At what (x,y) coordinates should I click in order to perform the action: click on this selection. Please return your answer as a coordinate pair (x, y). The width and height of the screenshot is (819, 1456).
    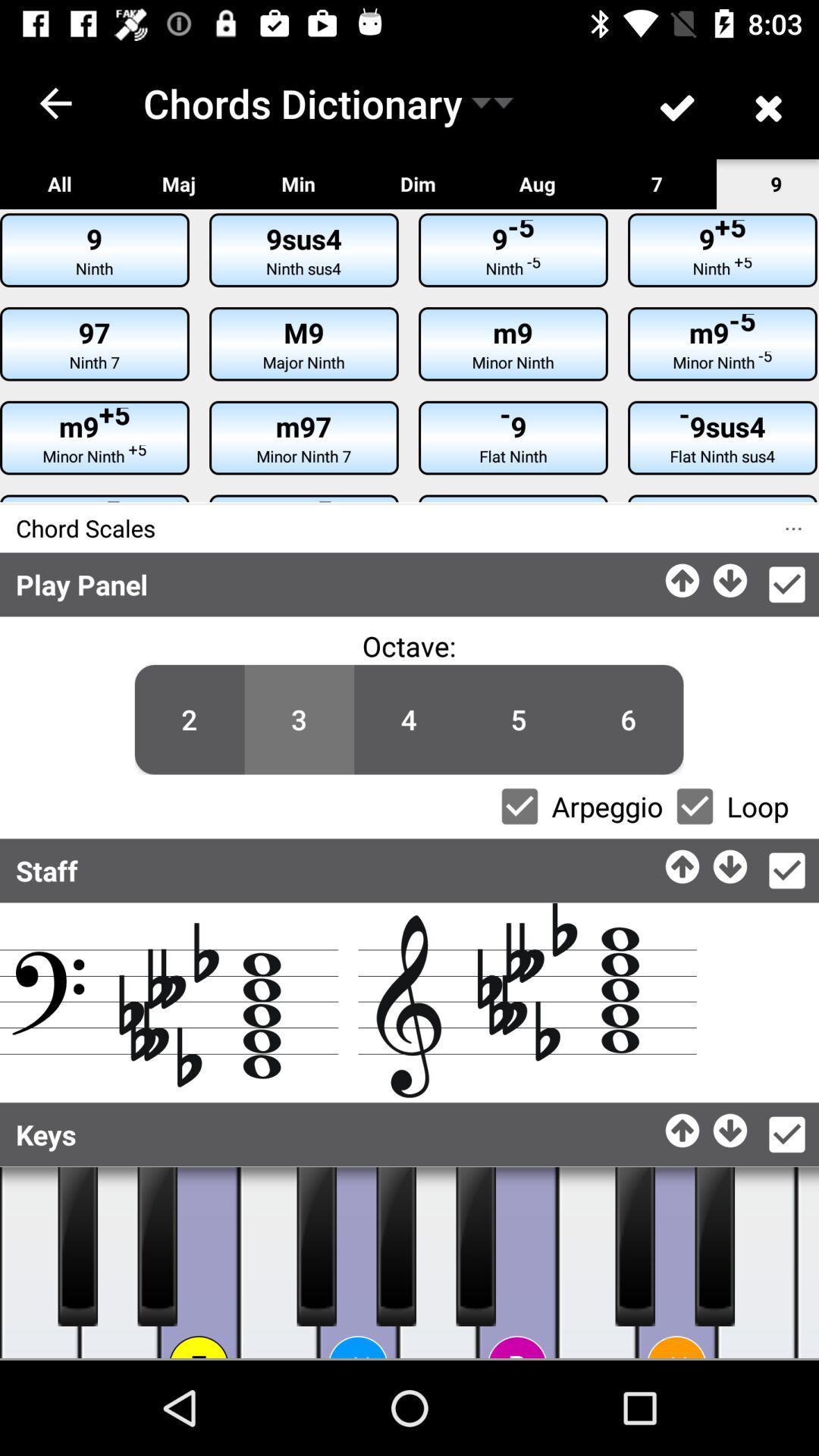
    Looking at the image, I should click on (786, 1134).